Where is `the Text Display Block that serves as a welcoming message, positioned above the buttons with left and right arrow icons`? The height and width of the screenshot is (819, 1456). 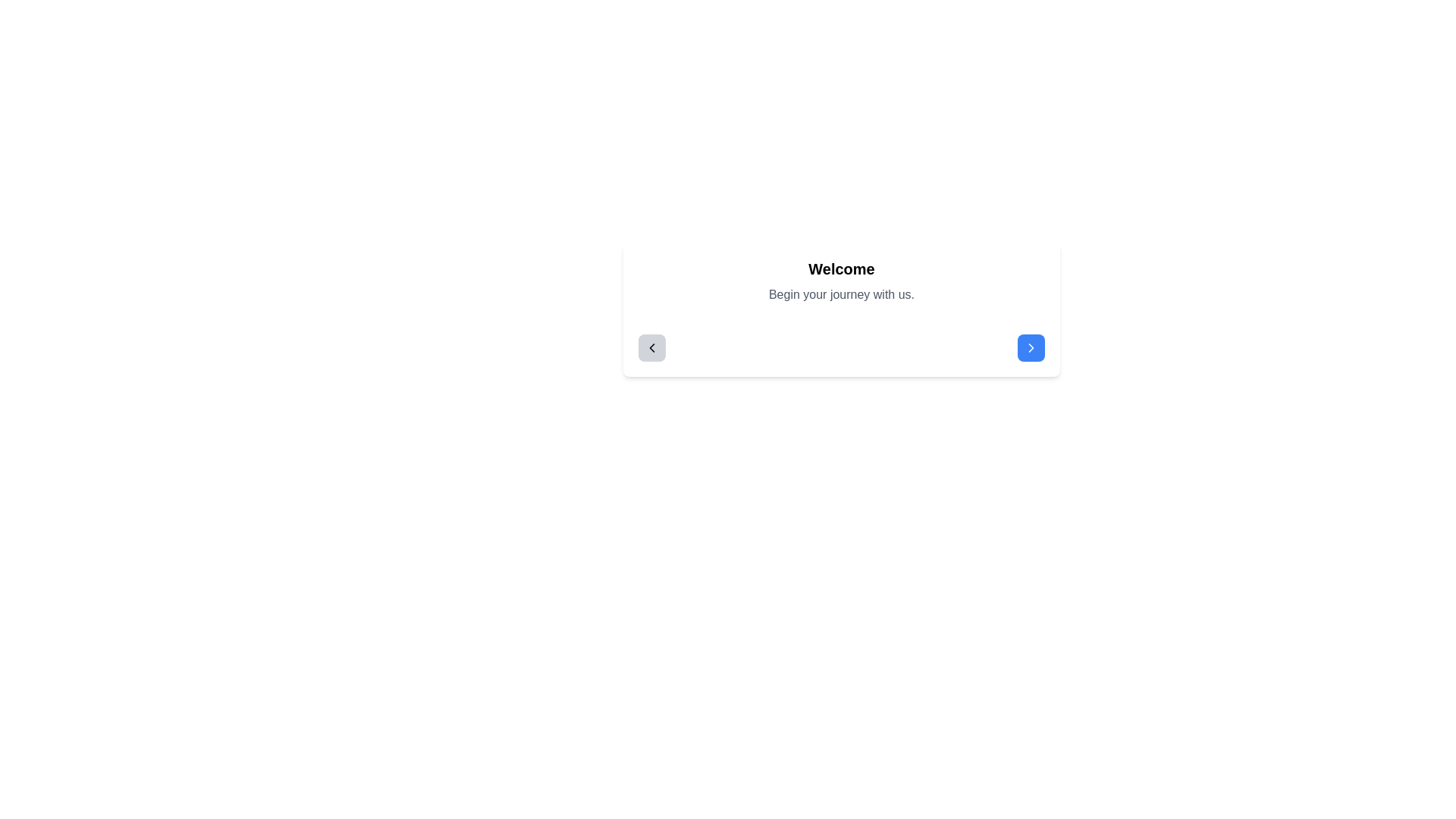 the Text Display Block that serves as a welcoming message, positioned above the buttons with left and right arrow icons is located at coordinates (840, 281).